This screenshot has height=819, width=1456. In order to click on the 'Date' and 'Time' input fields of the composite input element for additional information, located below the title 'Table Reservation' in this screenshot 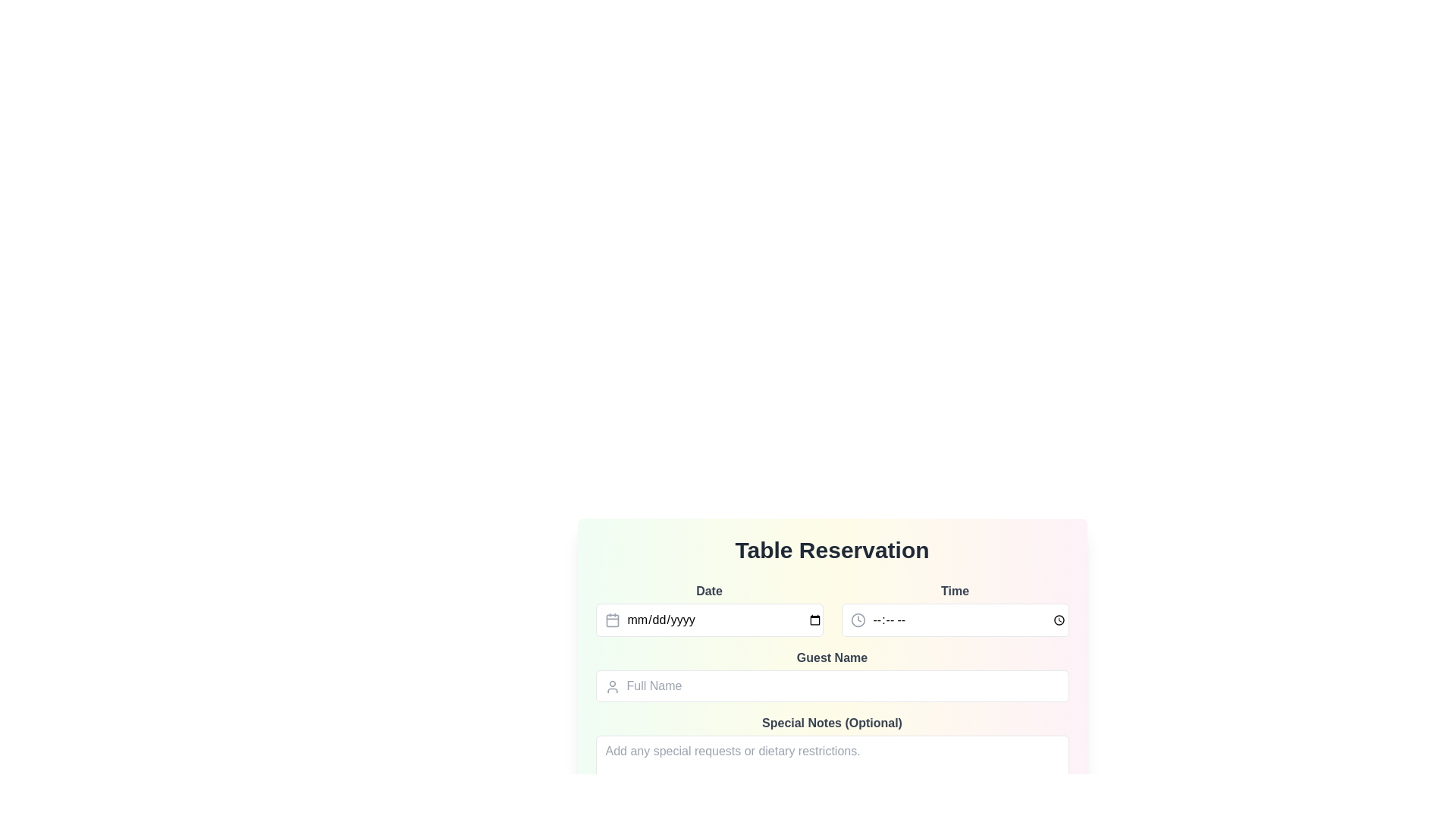, I will do `click(831, 608)`.